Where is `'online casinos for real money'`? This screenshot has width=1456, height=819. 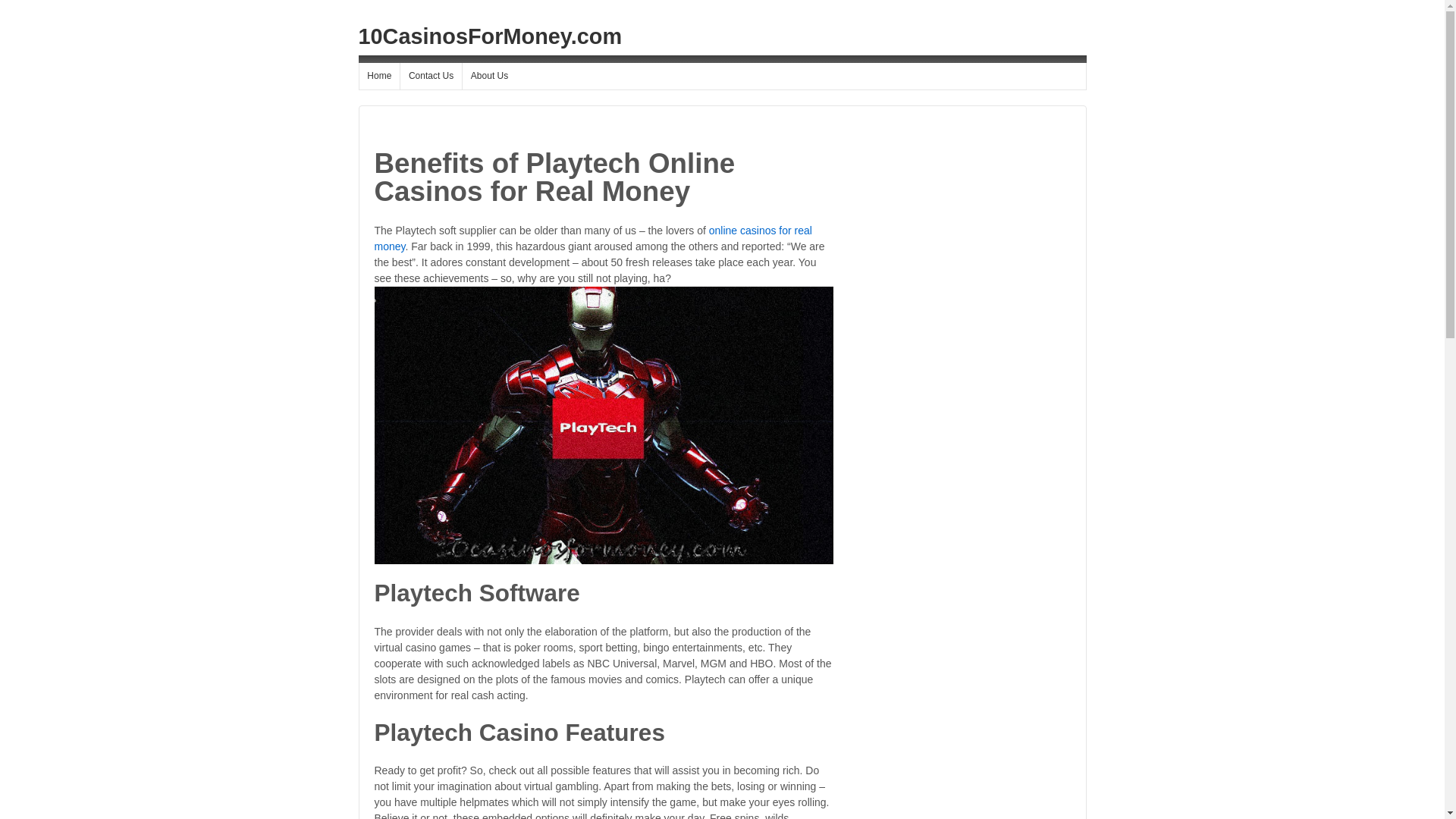 'online casinos for real money' is located at coordinates (592, 238).